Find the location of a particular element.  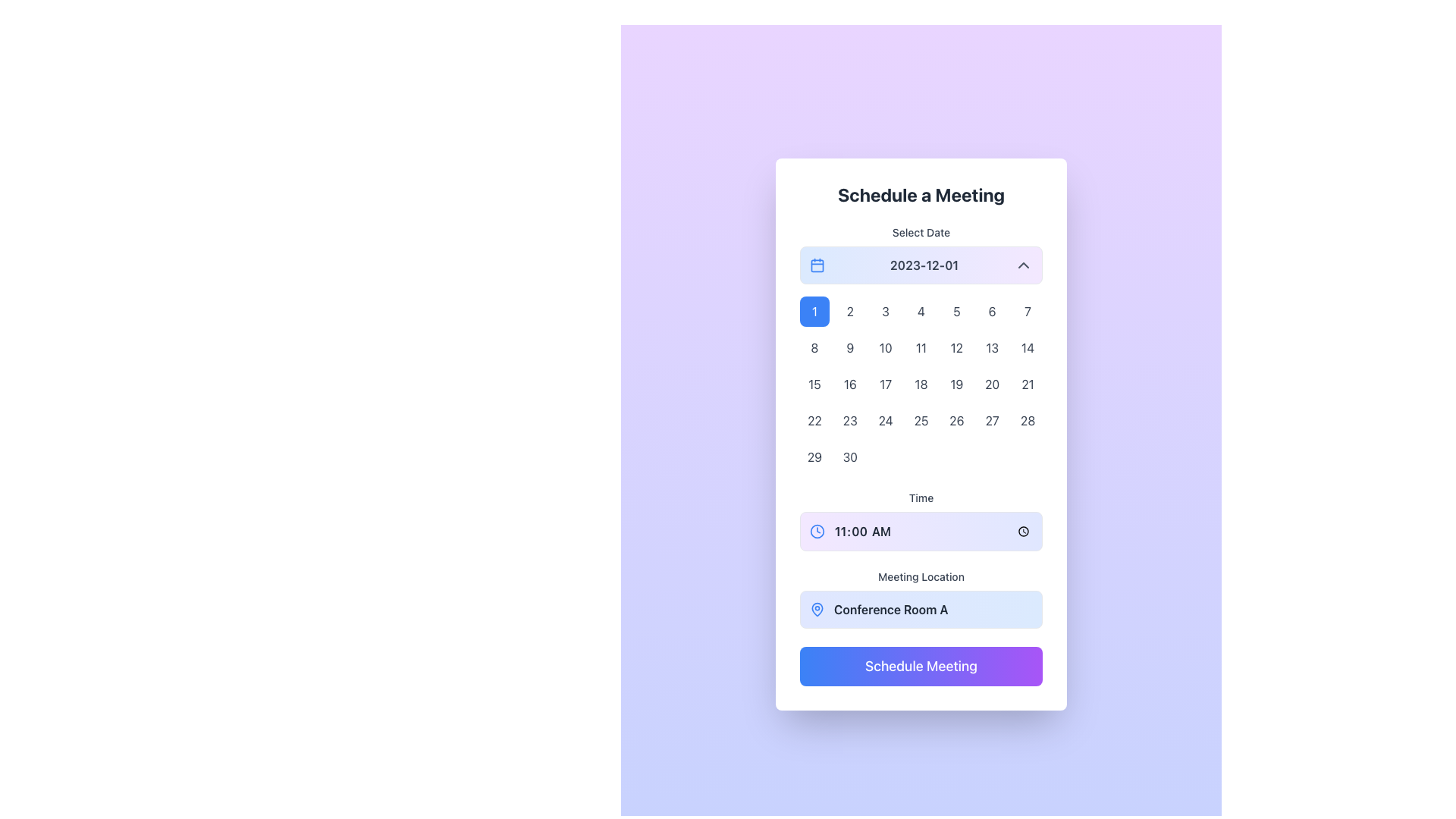

the calendar date button displaying '24' in the fourth row and fourth column of the calendar grid is located at coordinates (886, 421).